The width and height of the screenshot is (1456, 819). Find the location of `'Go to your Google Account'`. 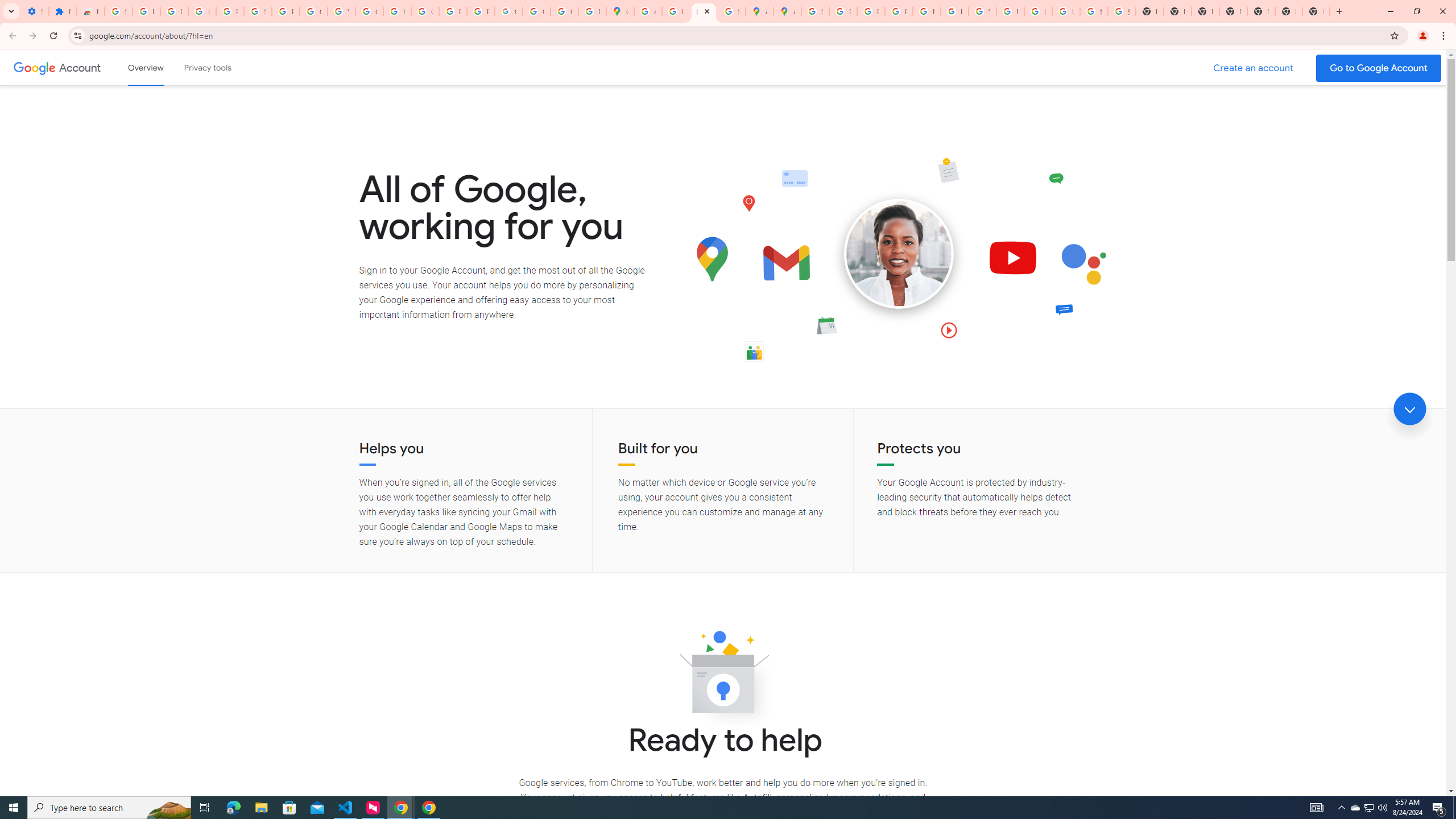

'Go to your Google Account' is located at coordinates (1379, 68).